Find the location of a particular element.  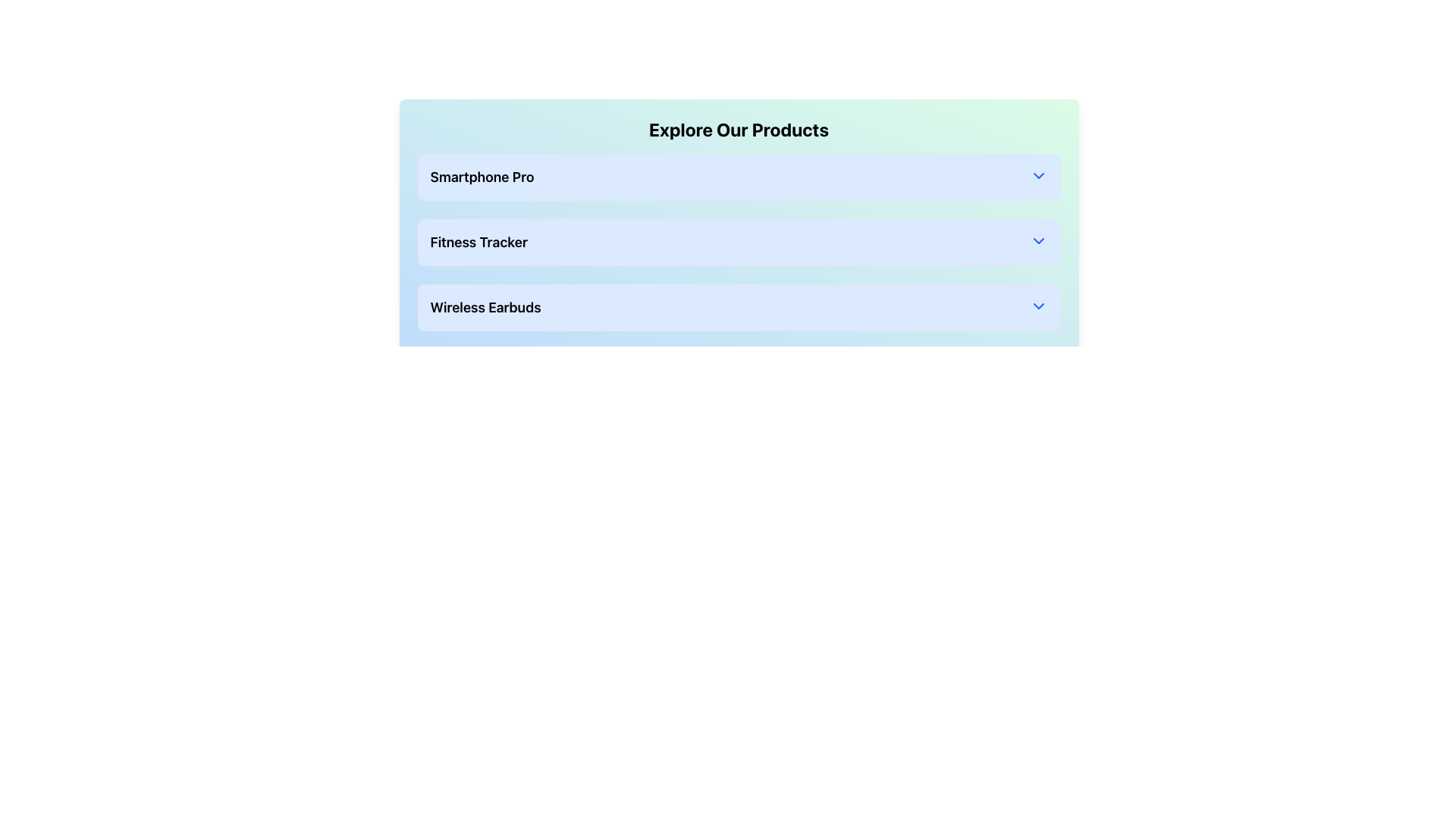

the 'Smartphone Pro' button, which is the first item in the list under 'Explore Our Products' is located at coordinates (739, 177).